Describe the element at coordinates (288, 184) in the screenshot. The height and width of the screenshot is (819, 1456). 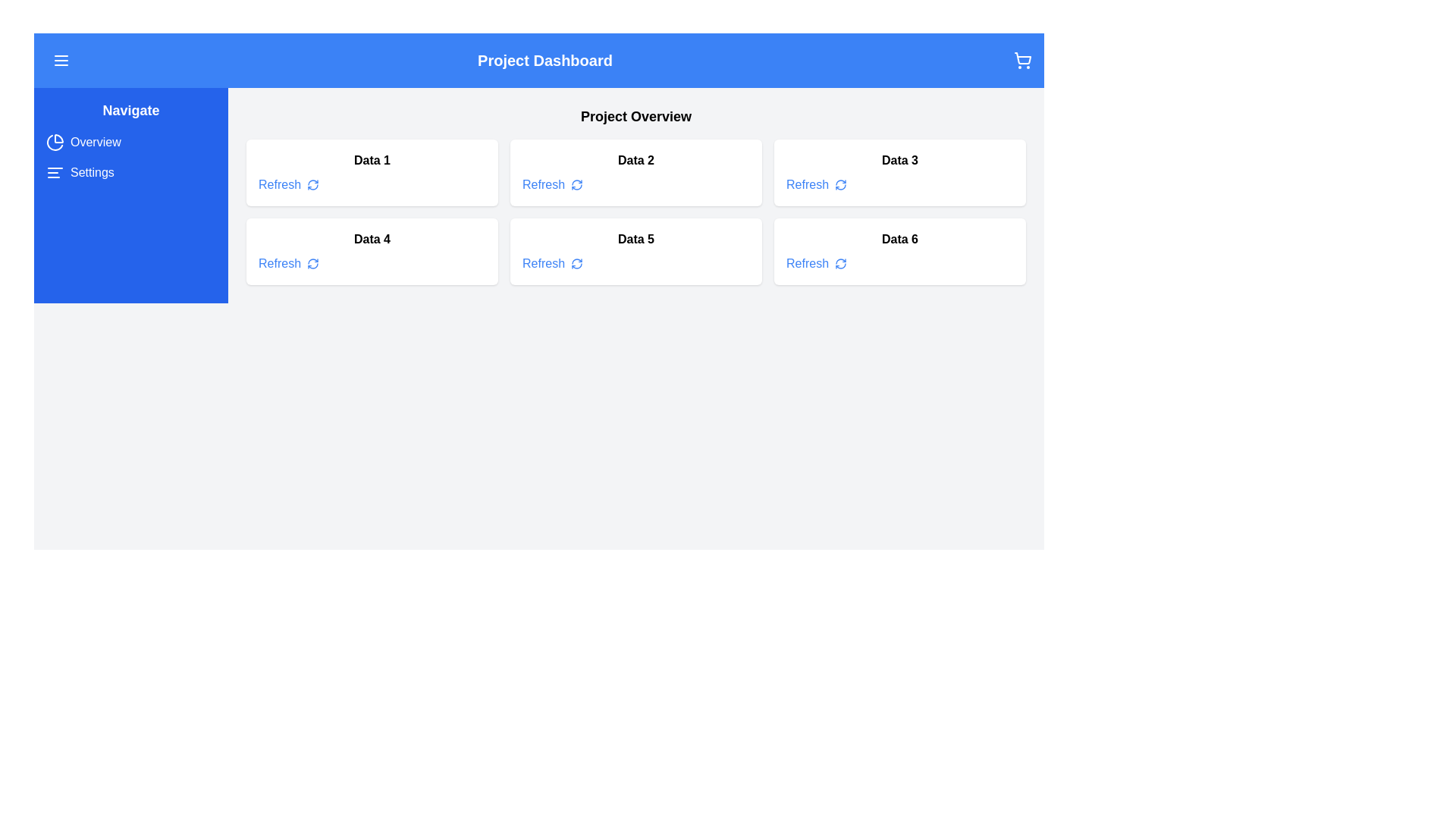
I see `the 'Refresh' button with a blue text and refresh icon located below the title 'Data 1'` at that location.